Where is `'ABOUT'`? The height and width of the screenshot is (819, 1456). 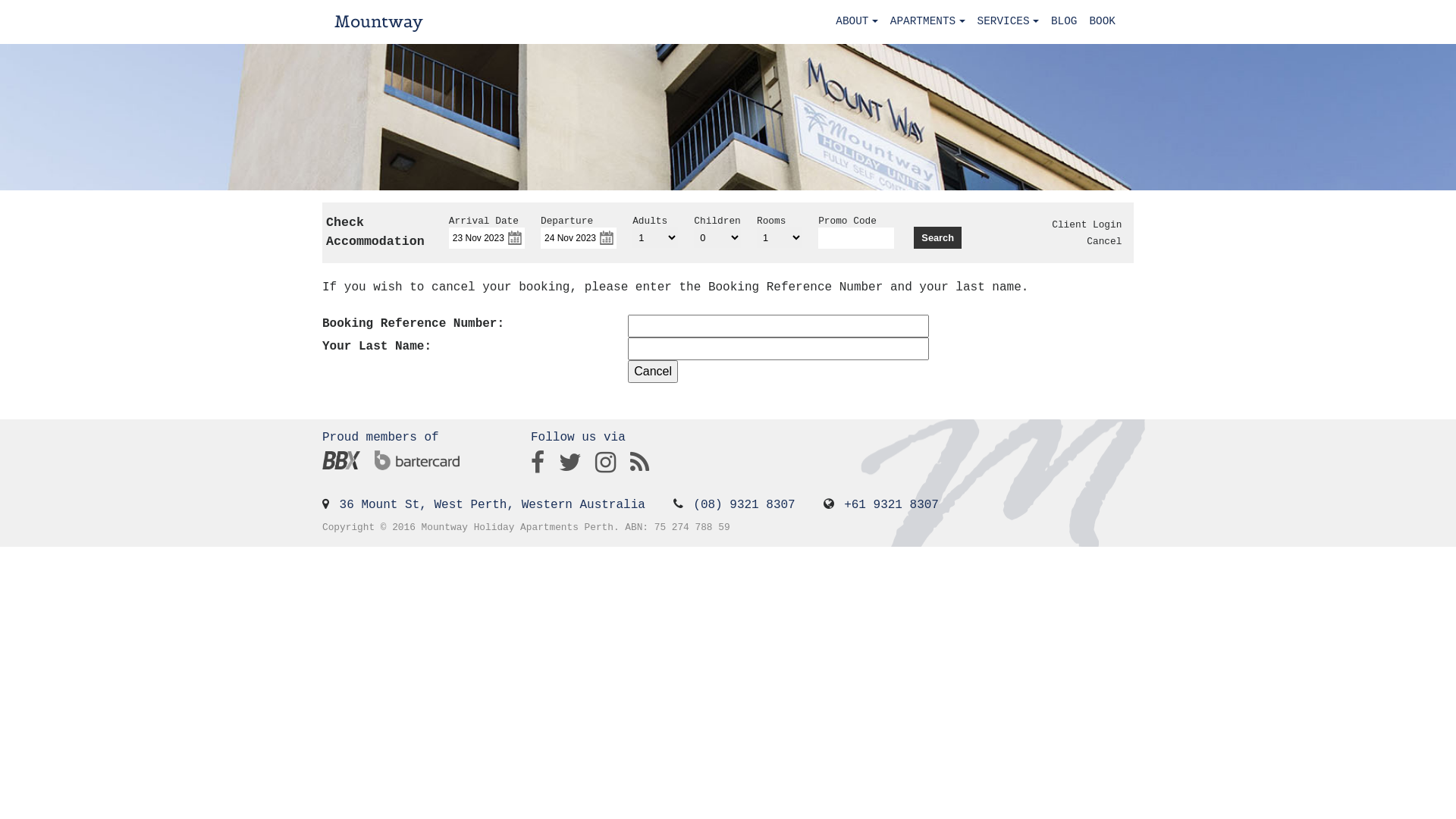
'ABOUT' is located at coordinates (856, 22).